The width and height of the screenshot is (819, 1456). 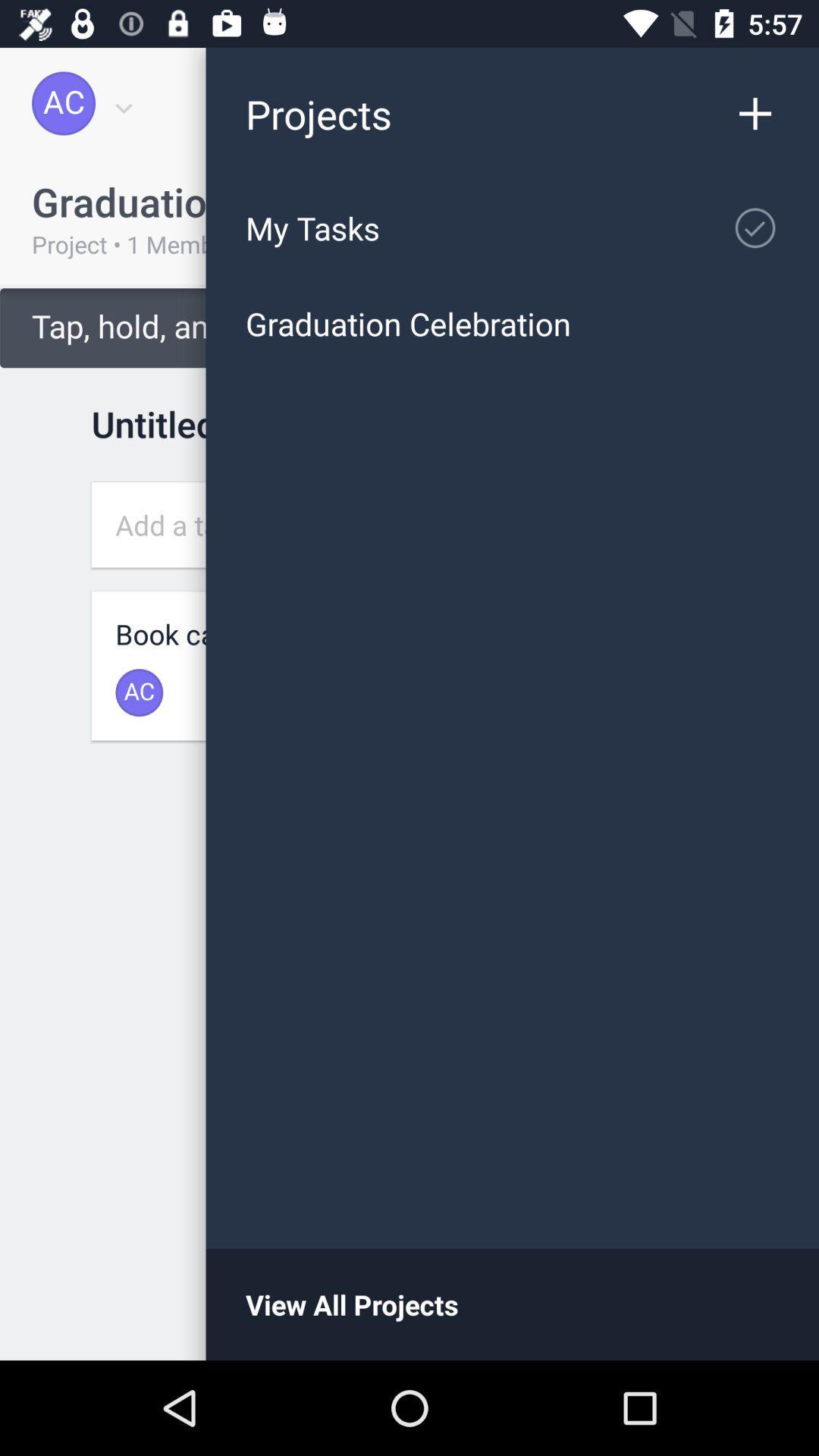 What do you see at coordinates (763, 221) in the screenshot?
I see `the check icon` at bounding box center [763, 221].